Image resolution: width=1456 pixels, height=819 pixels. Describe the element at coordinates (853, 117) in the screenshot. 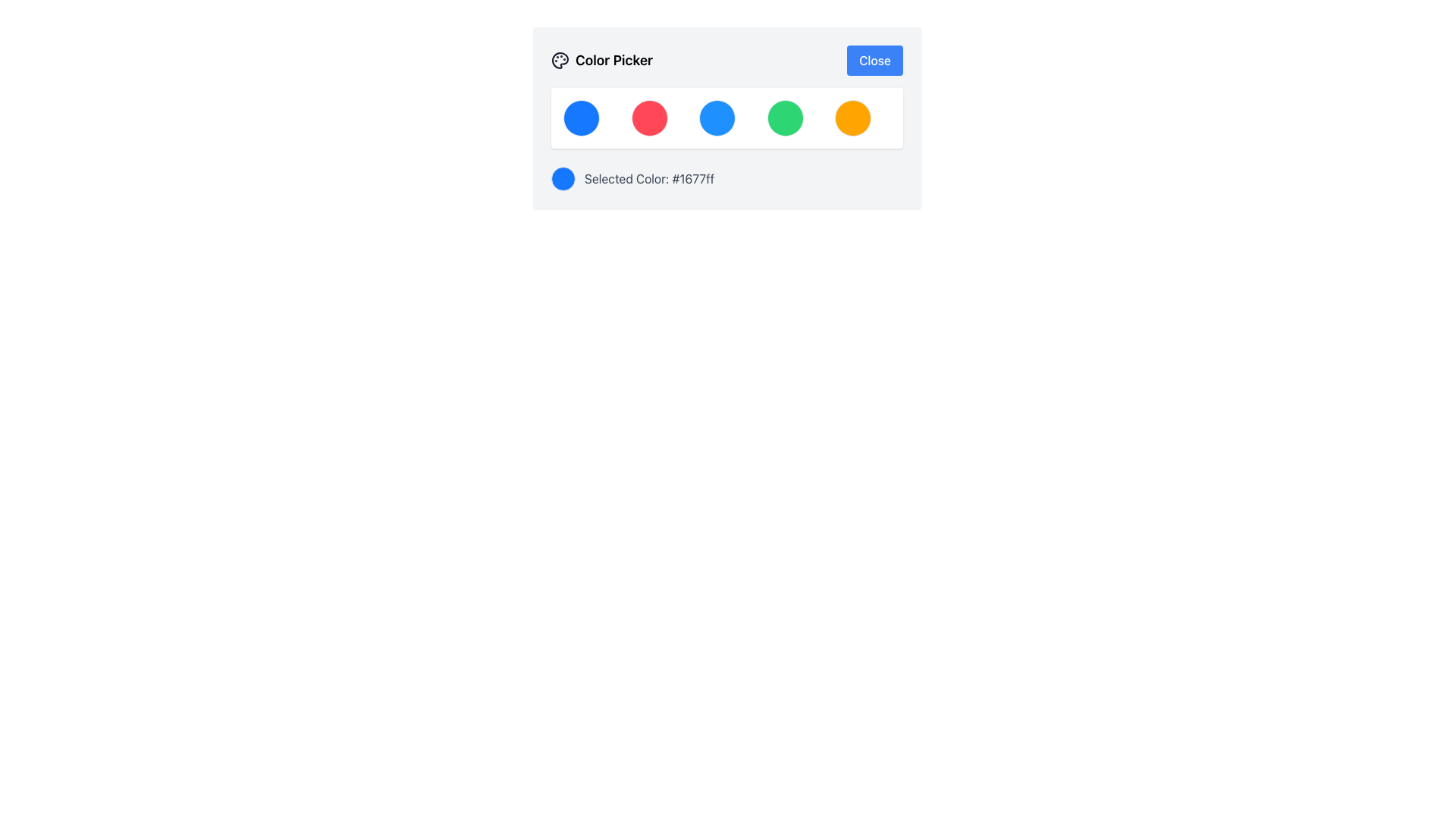

I see `the fifth circular button with a bright orange background` at that location.